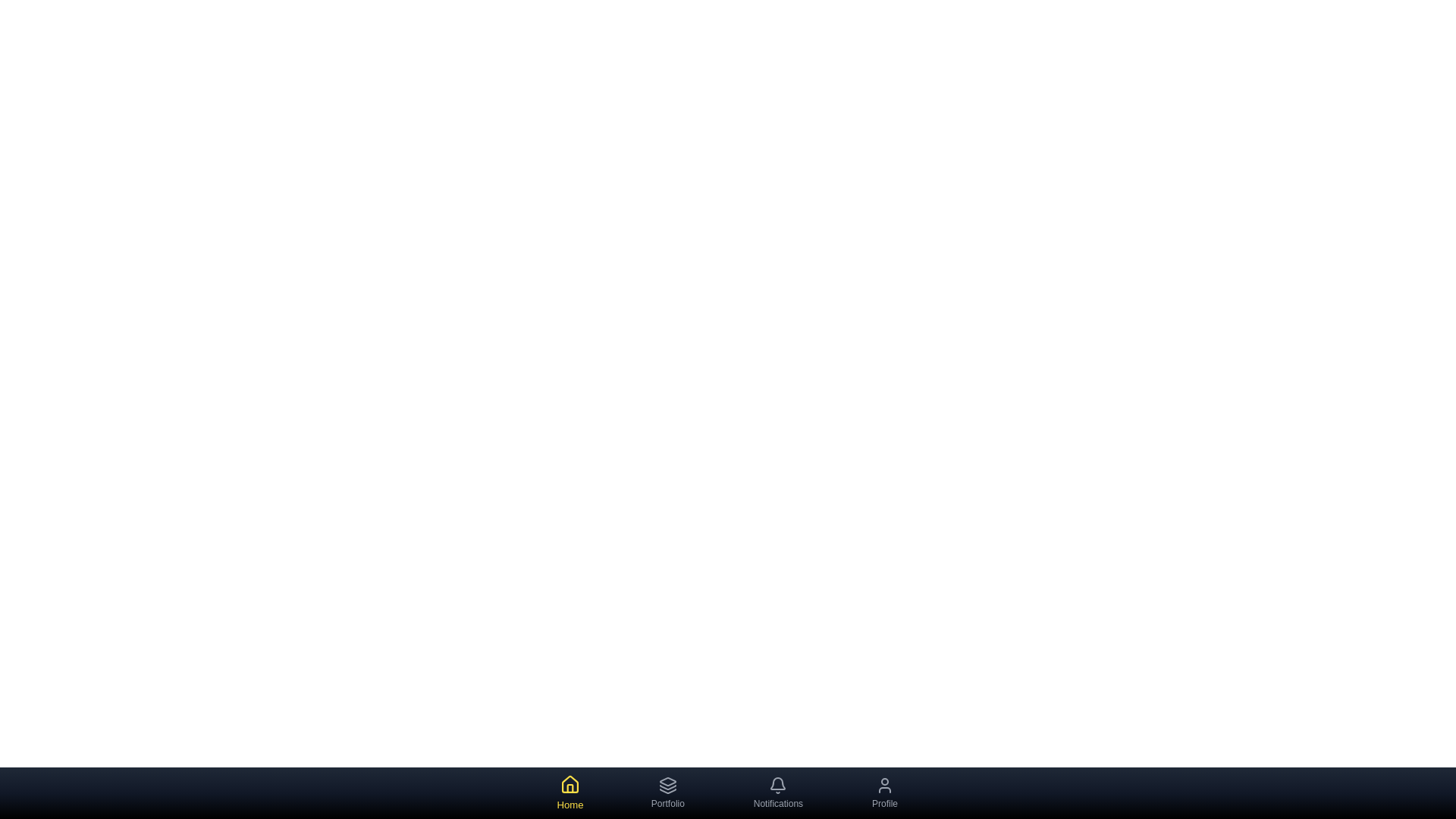 The width and height of the screenshot is (1456, 819). Describe the element at coordinates (778, 792) in the screenshot. I see `the 'Notifications' tab in the bottom navigation bar` at that location.